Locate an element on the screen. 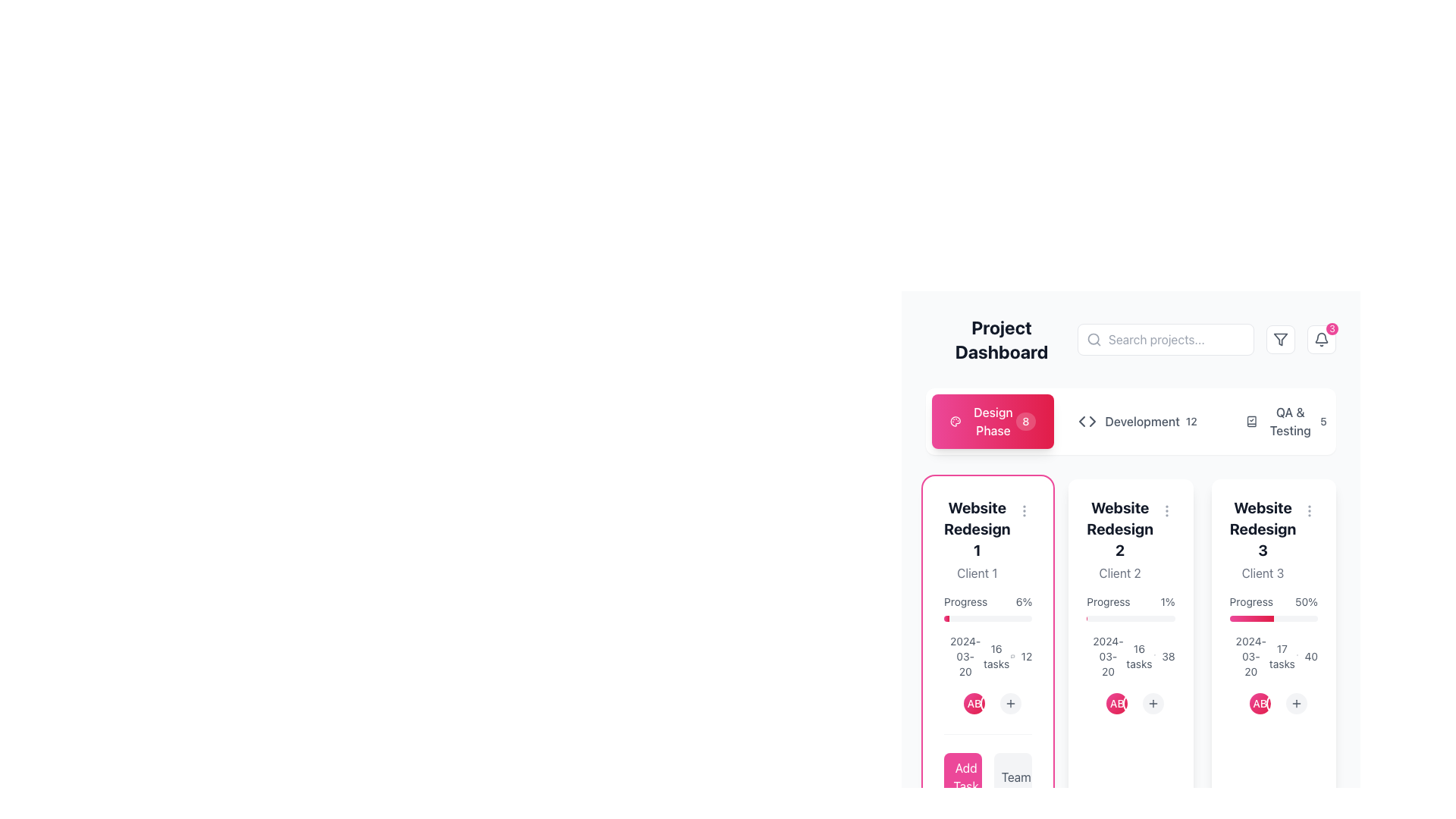 Image resolution: width=1456 pixels, height=819 pixels. the third circular avatar located in the bottom left corner of the 'Website Redesign 1' card is located at coordinates (993, 704).